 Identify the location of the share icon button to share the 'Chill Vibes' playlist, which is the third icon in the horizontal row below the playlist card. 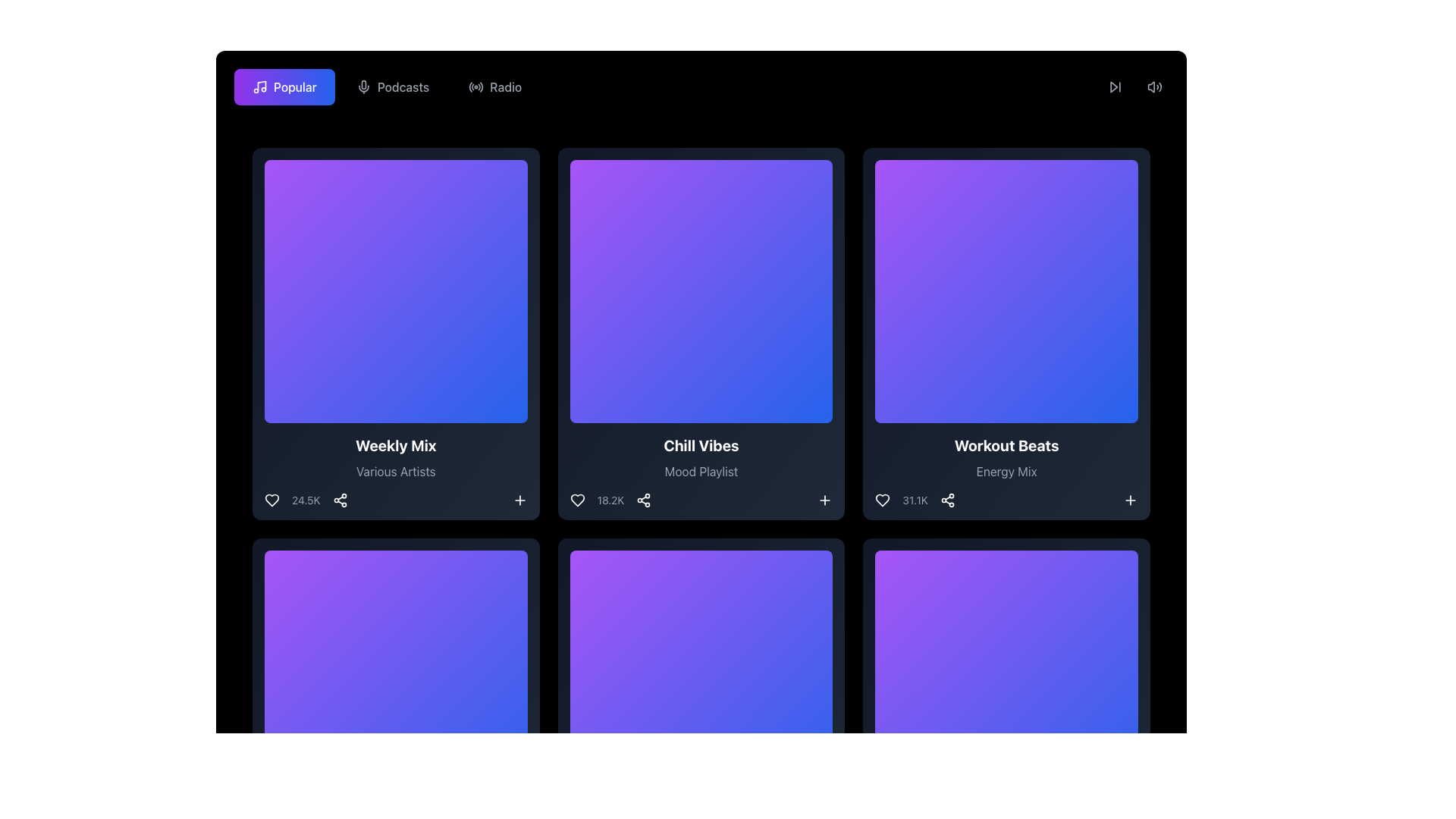
(644, 500).